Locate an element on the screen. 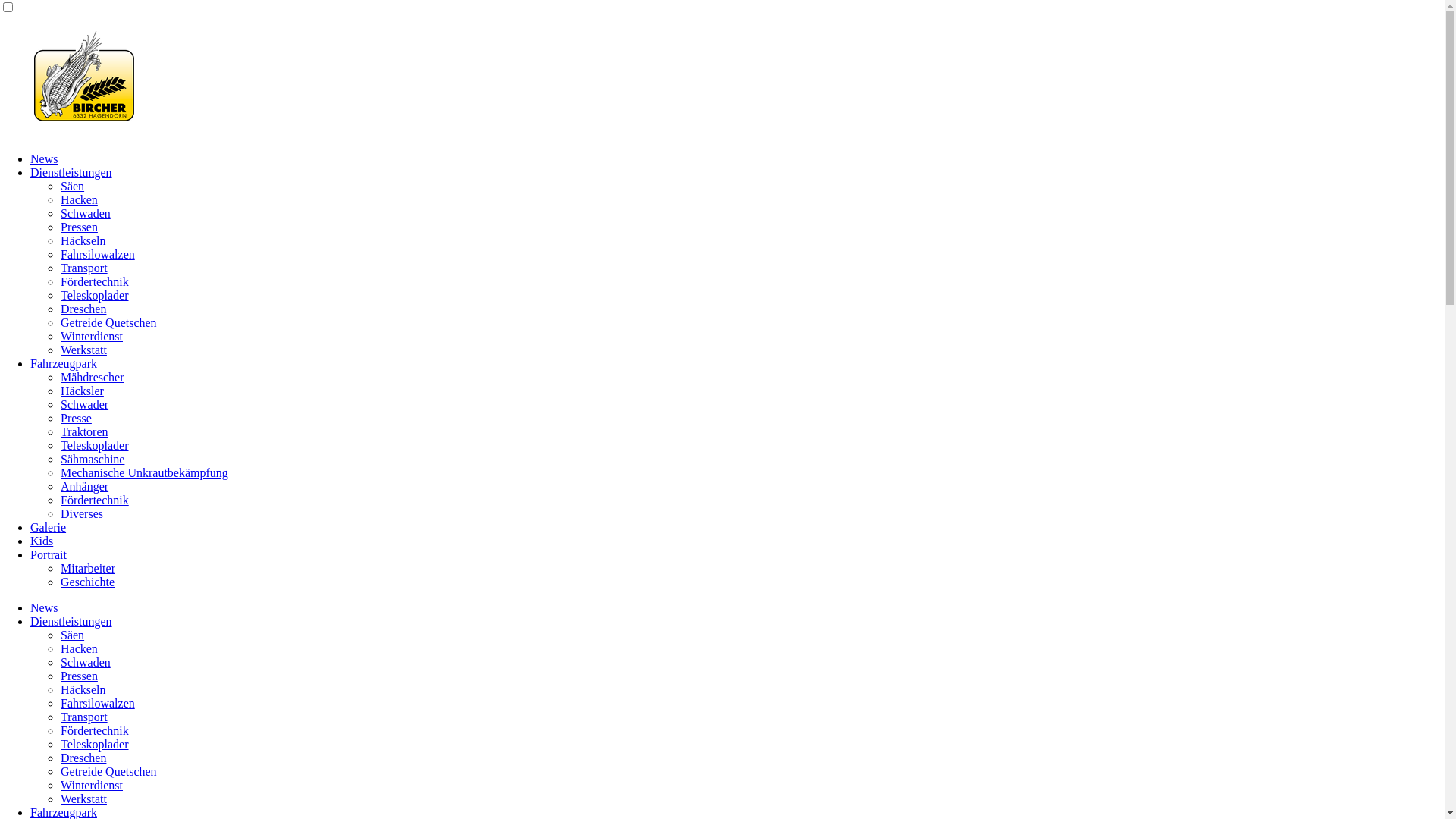 This screenshot has height=819, width=1456. 'News' is located at coordinates (30, 607).